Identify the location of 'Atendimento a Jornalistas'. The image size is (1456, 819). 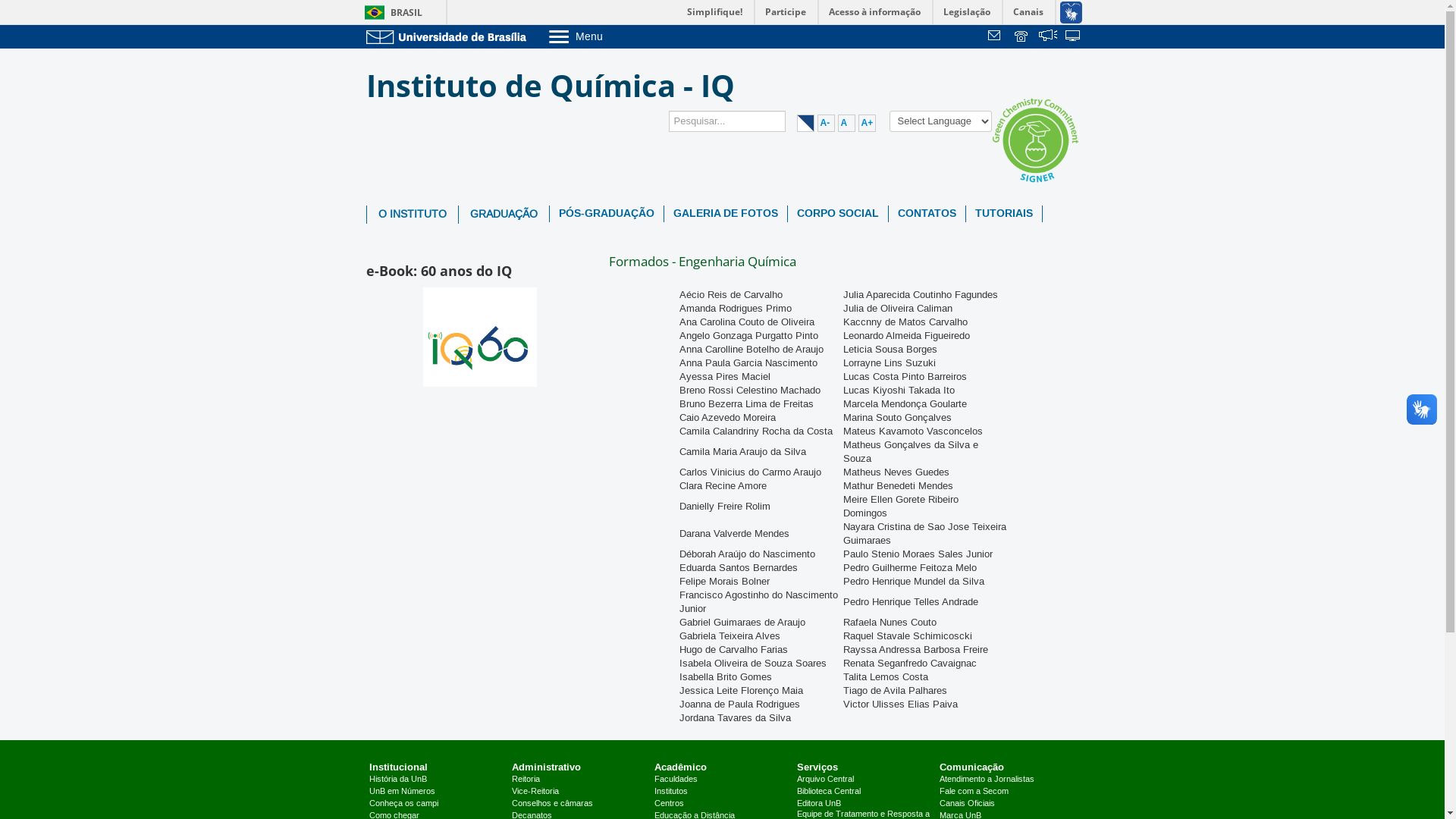
(938, 780).